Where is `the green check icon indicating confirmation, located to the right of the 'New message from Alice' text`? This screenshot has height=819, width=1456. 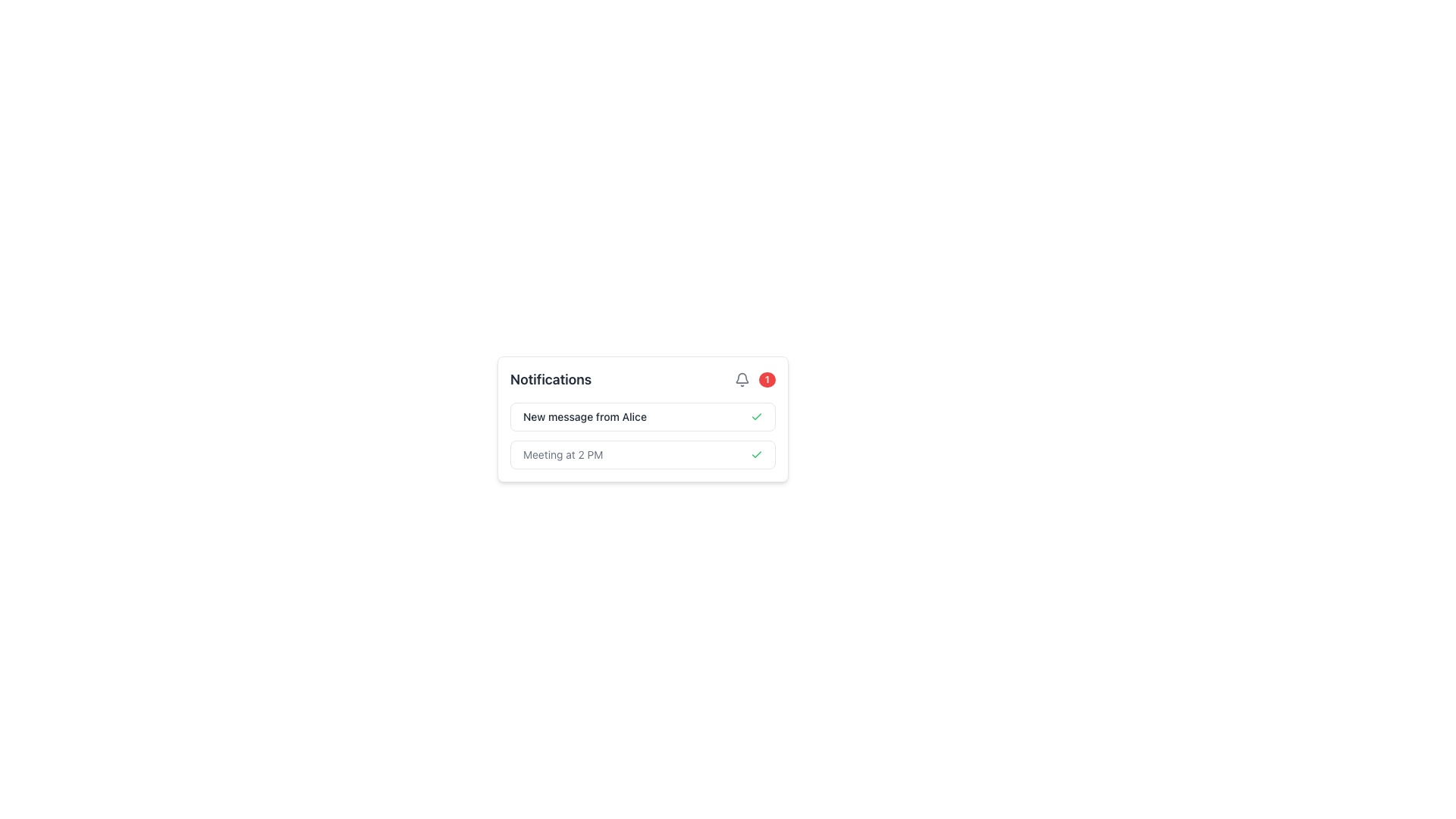
the green check icon indicating confirmation, located to the right of the 'New message from Alice' text is located at coordinates (757, 417).